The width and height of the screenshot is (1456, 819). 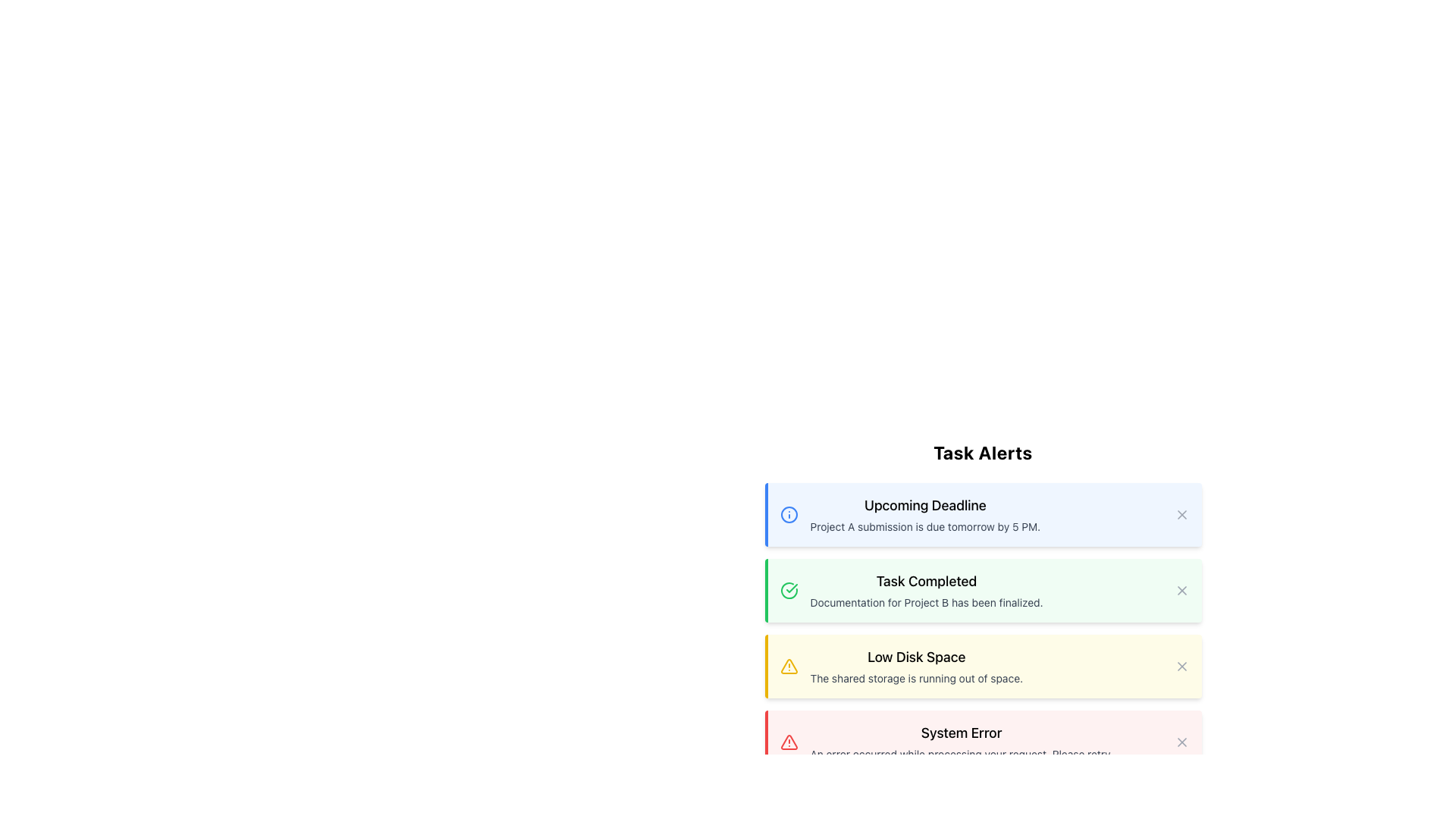 I want to click on the 'X' icon button located to the far right of the 'Task Completed' item in the list of task alerts, so click(x=1181, y=590).